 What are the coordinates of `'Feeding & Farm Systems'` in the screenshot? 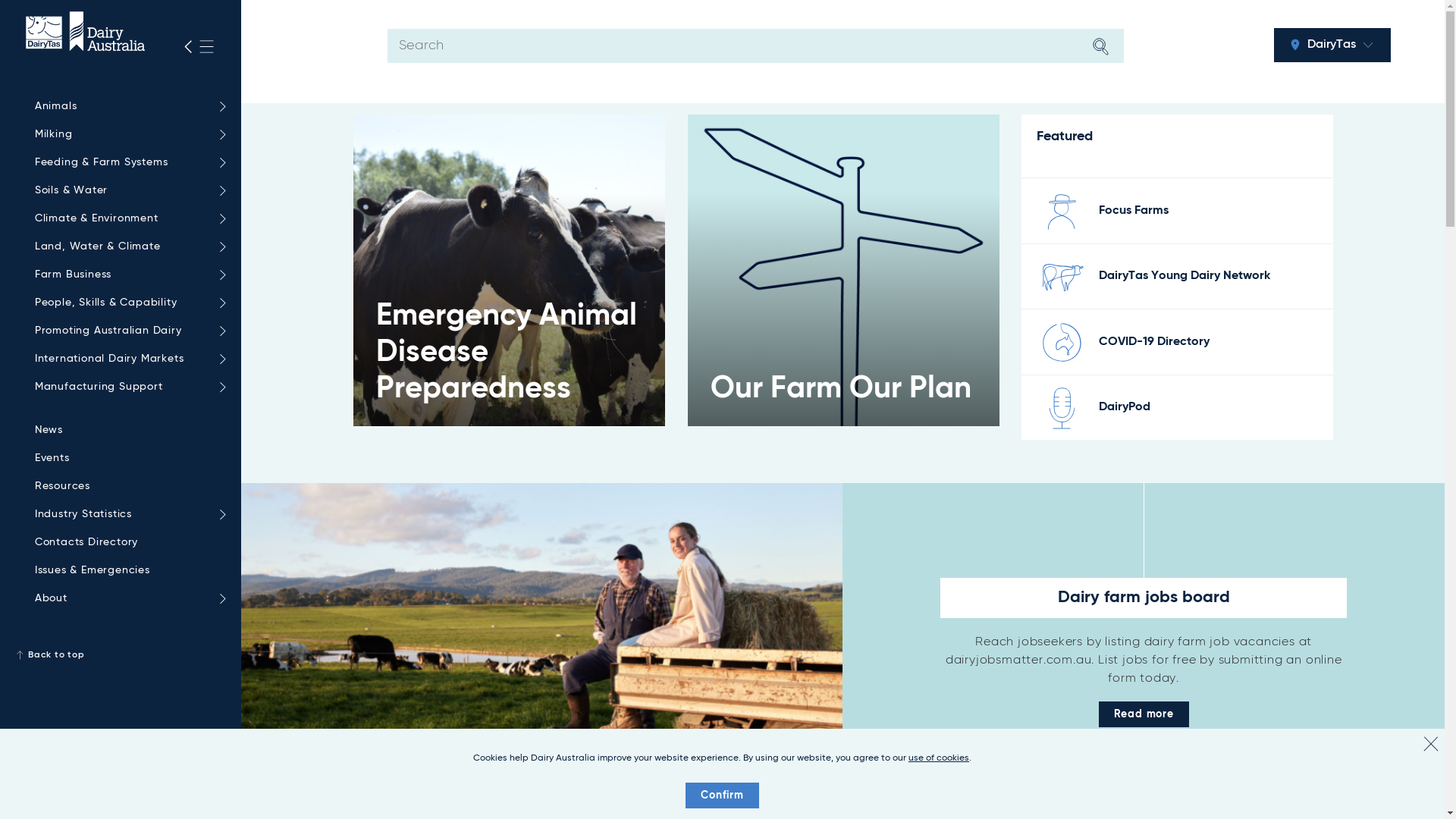 It's located at (127, 162).